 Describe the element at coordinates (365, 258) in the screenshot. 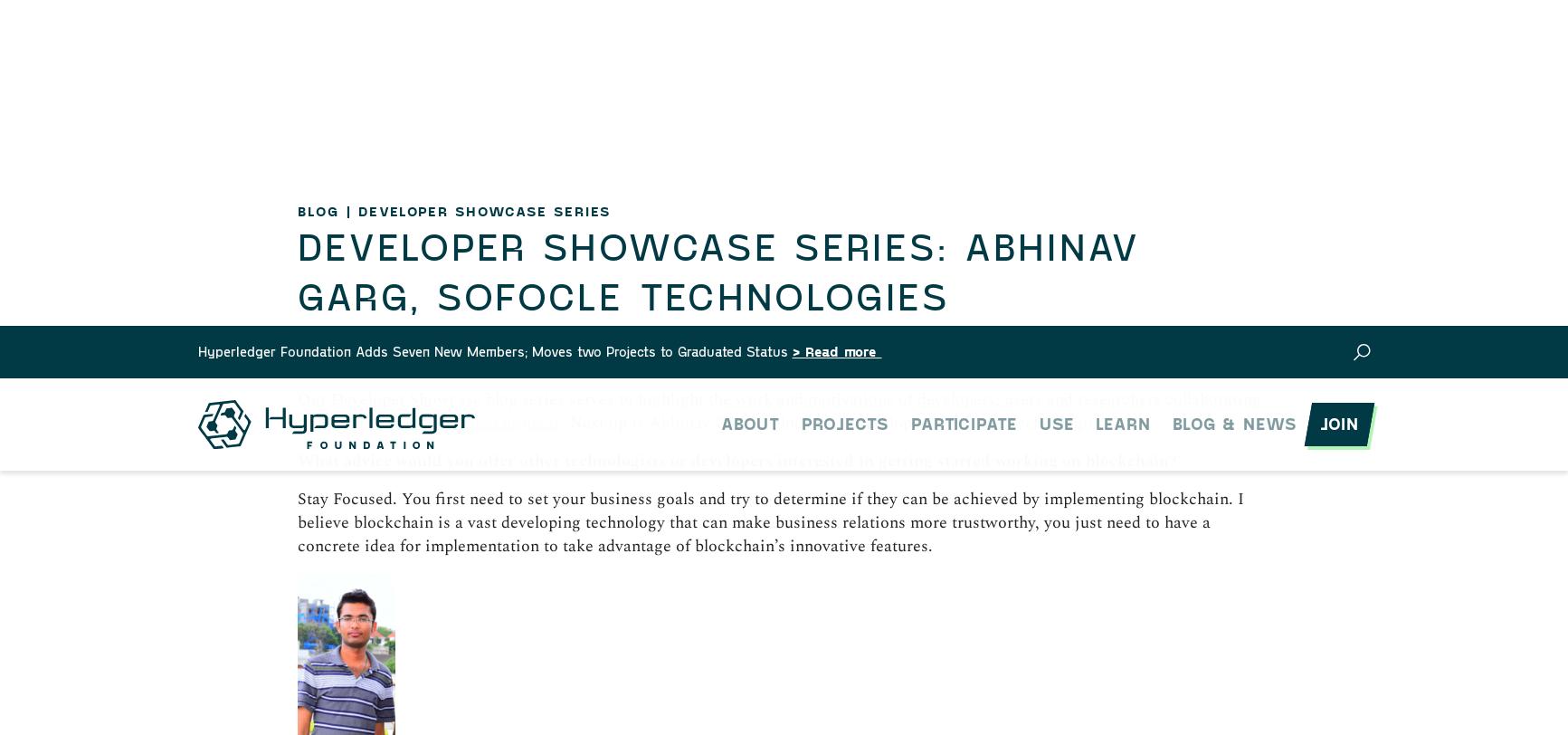

I see `'Besu'` at that location.